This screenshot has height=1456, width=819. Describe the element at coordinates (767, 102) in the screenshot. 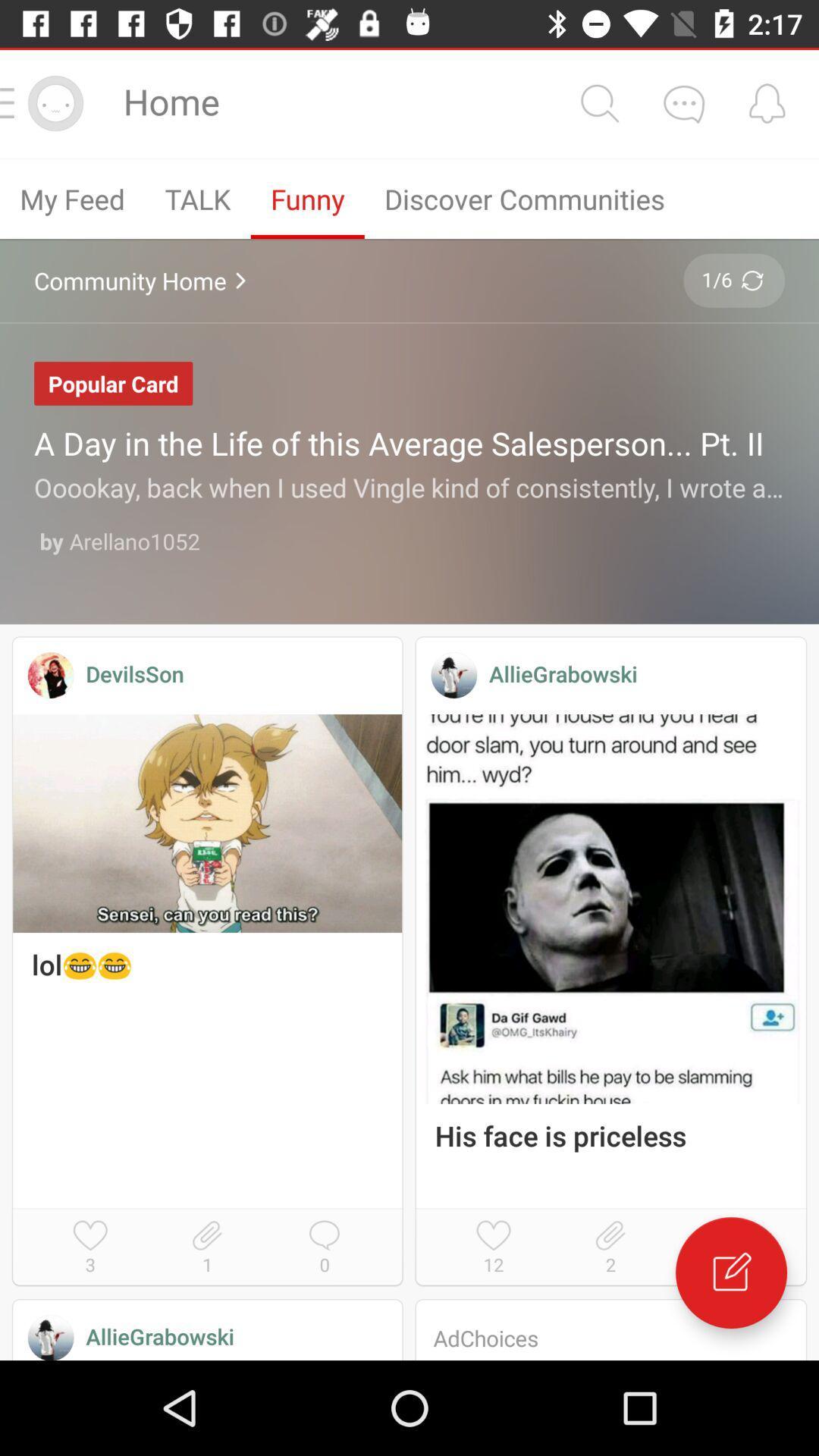

I see `the notifications icon` at that location.